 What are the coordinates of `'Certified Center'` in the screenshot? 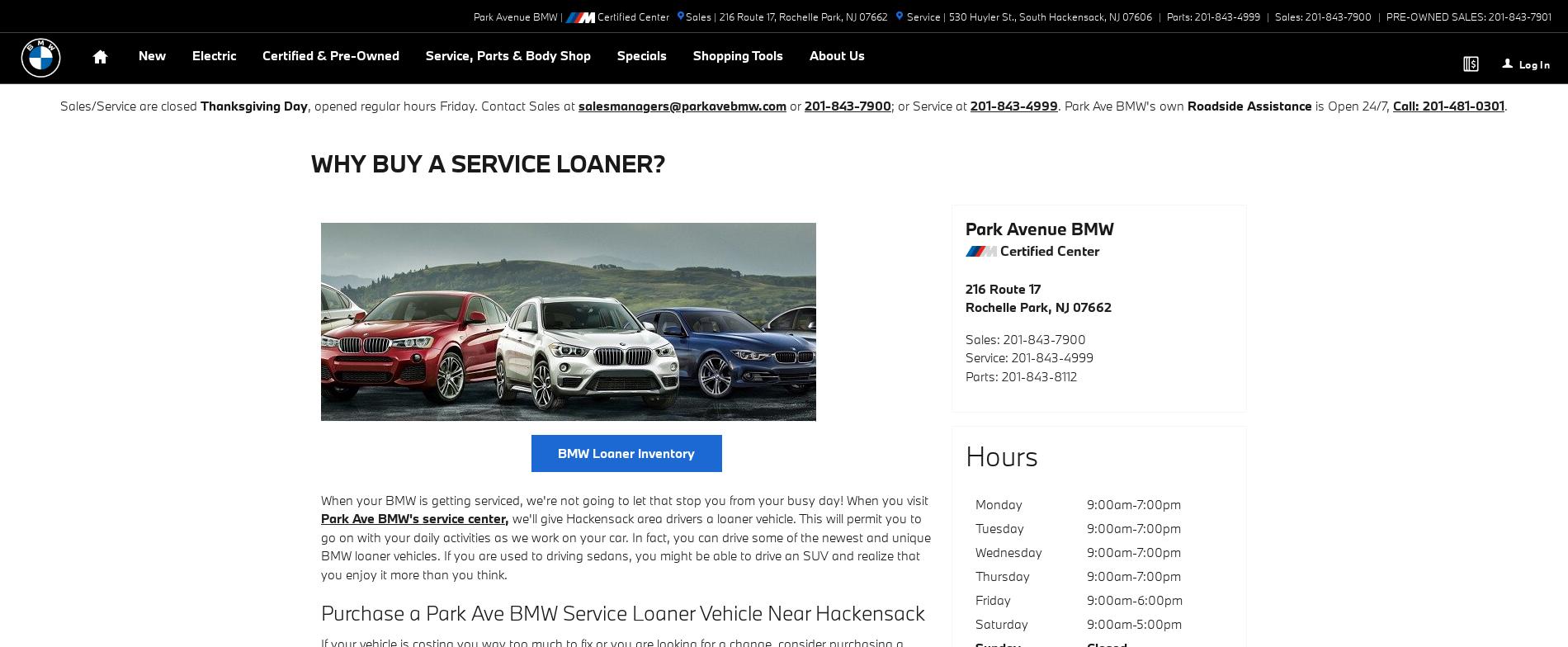 It's located at (631, 16).